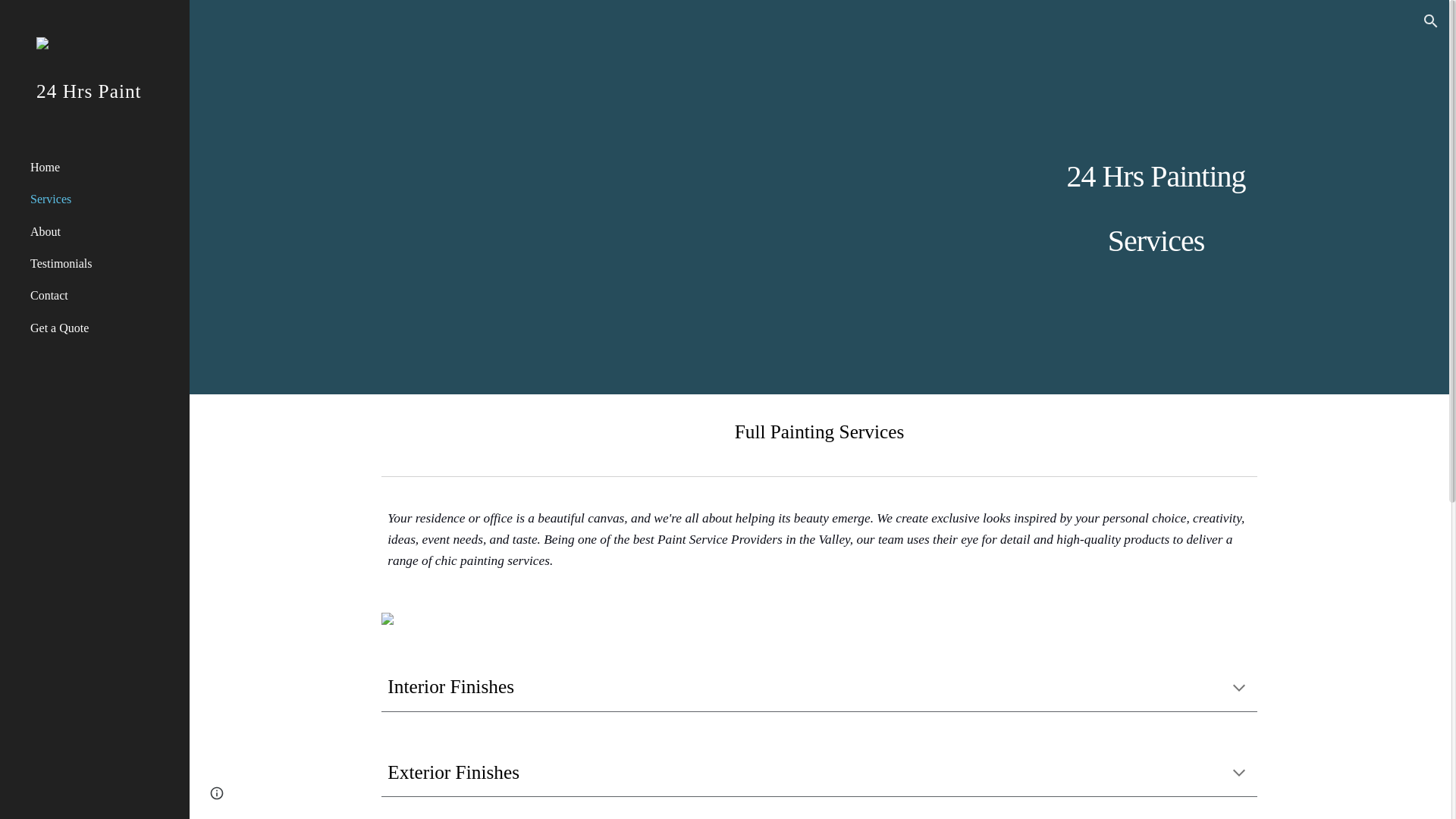 Image resolution: width=1456 pixels, height=819 pixels. I want to click on 'Services', so click(103, 198).